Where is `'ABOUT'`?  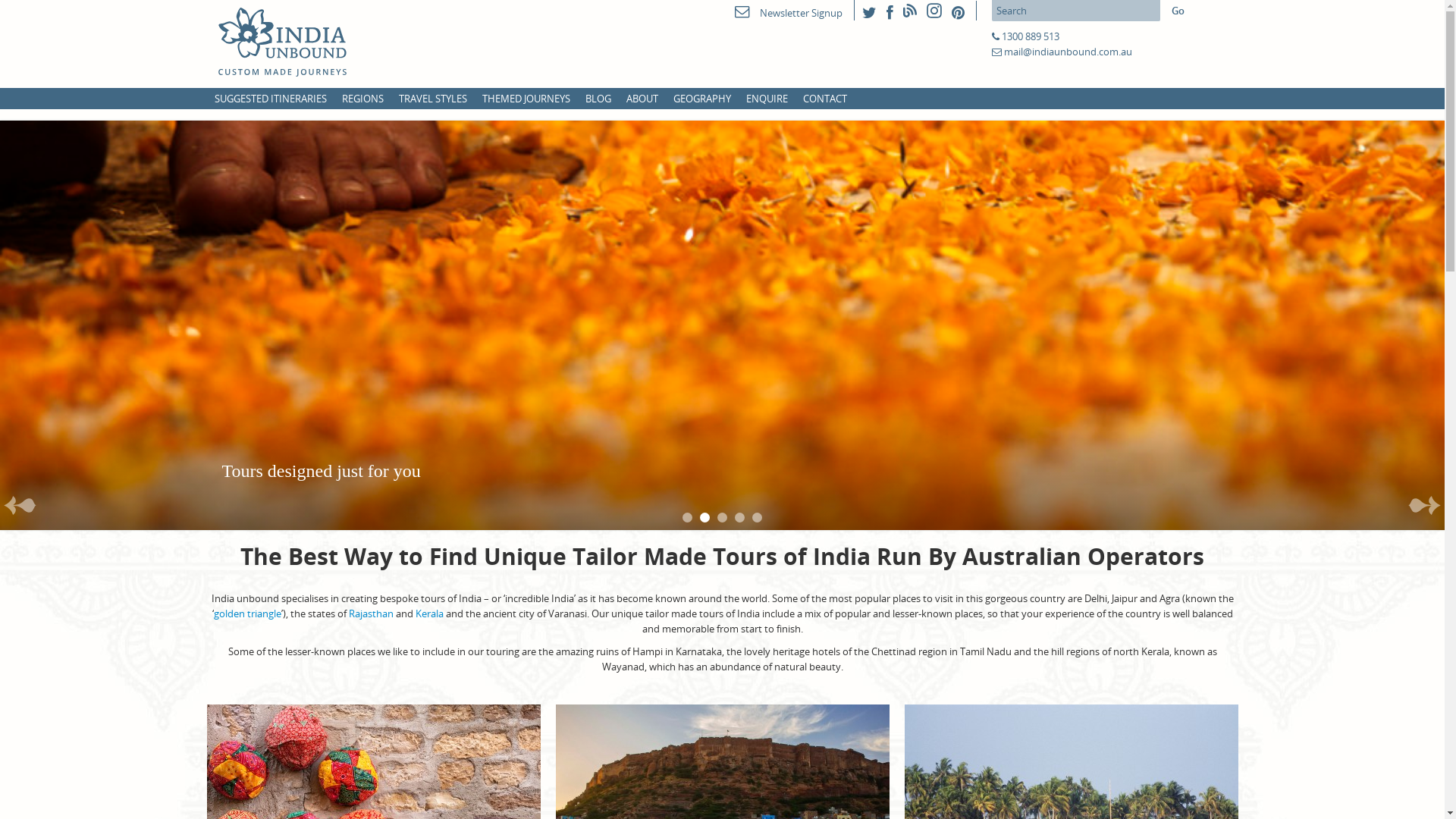 'ABOUT' is located at coordinates (626, 99).